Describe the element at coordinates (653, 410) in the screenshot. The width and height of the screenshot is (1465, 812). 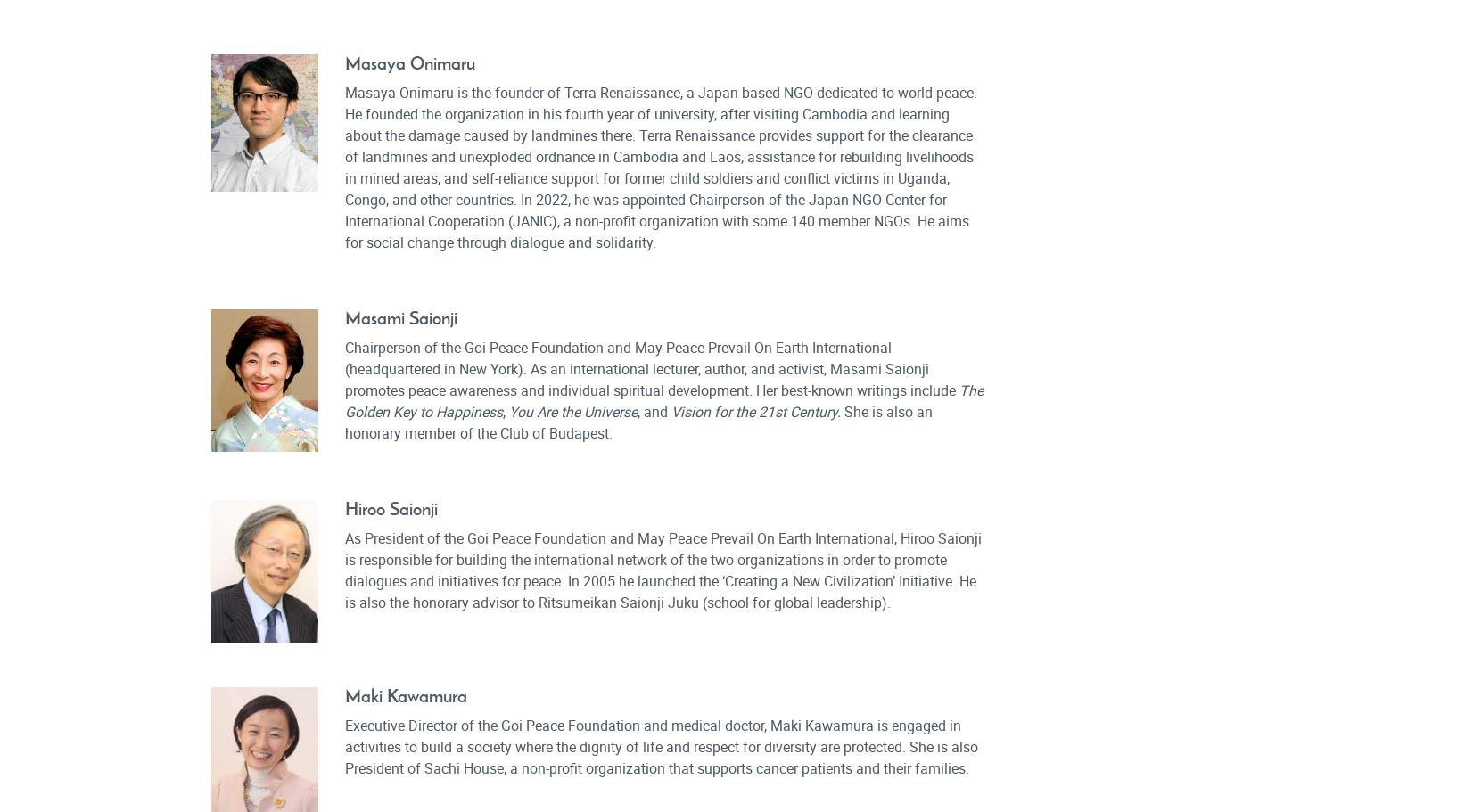
I see `', and'` at that location.